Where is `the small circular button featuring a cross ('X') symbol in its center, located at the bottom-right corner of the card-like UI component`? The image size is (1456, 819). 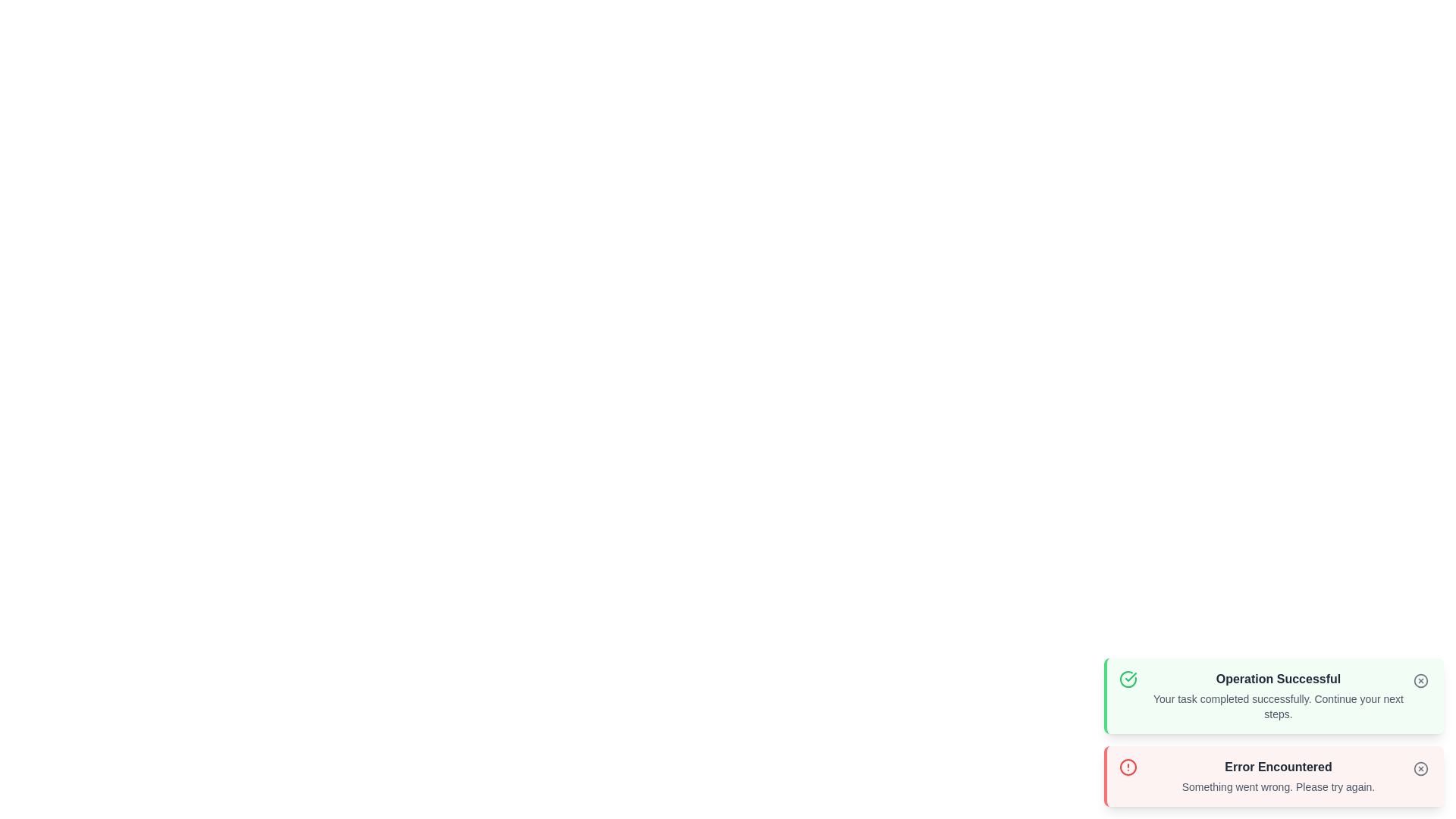
the small circular button featuring a cross ('X') symbol in its center, located at the bottom-right corner of the card-like UI component is located at coordinates (1420, 769).